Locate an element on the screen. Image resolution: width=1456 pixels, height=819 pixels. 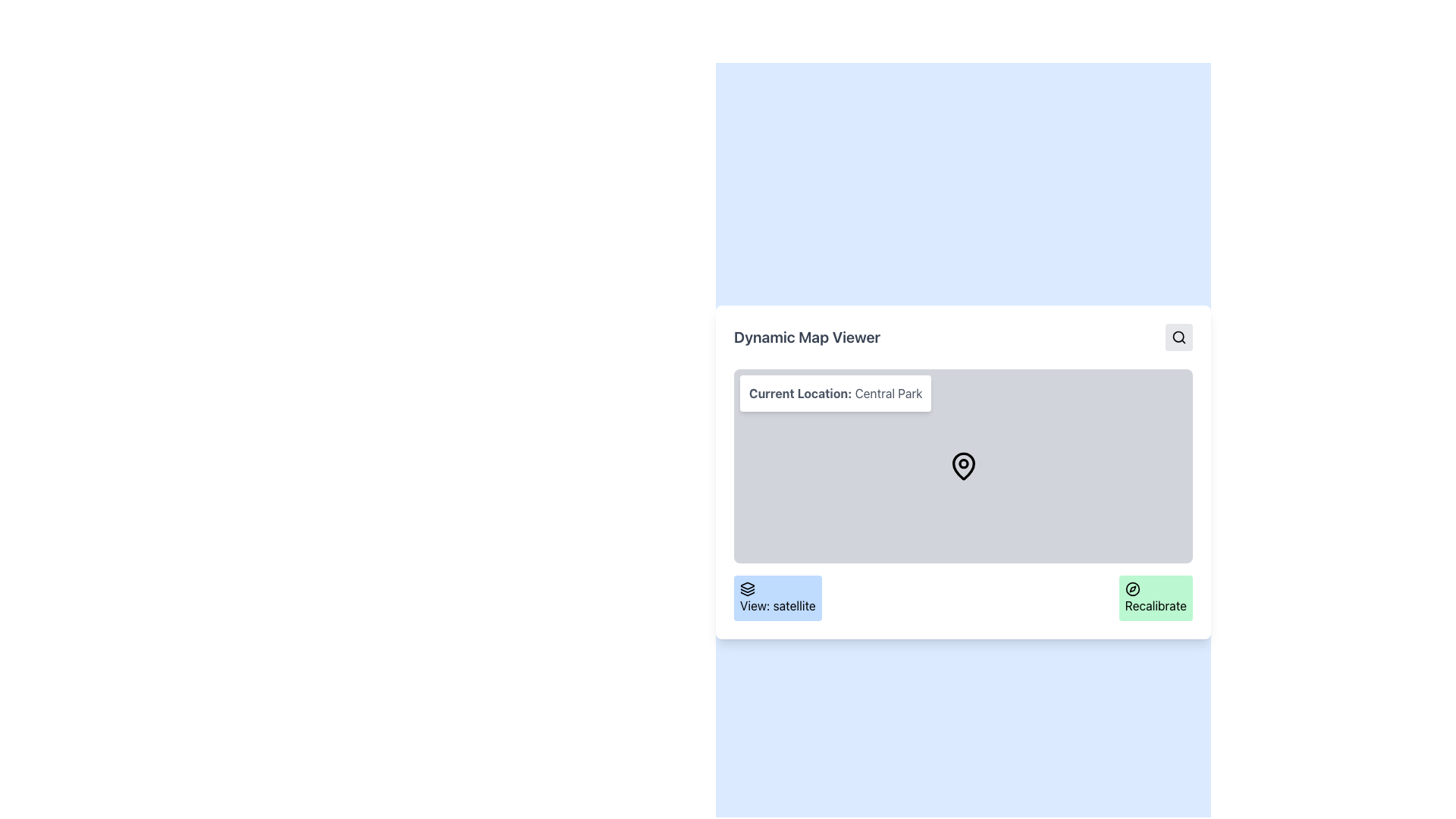
the Interactive Map/Location Viewer to interact with it is located at coordinates (962, 494).